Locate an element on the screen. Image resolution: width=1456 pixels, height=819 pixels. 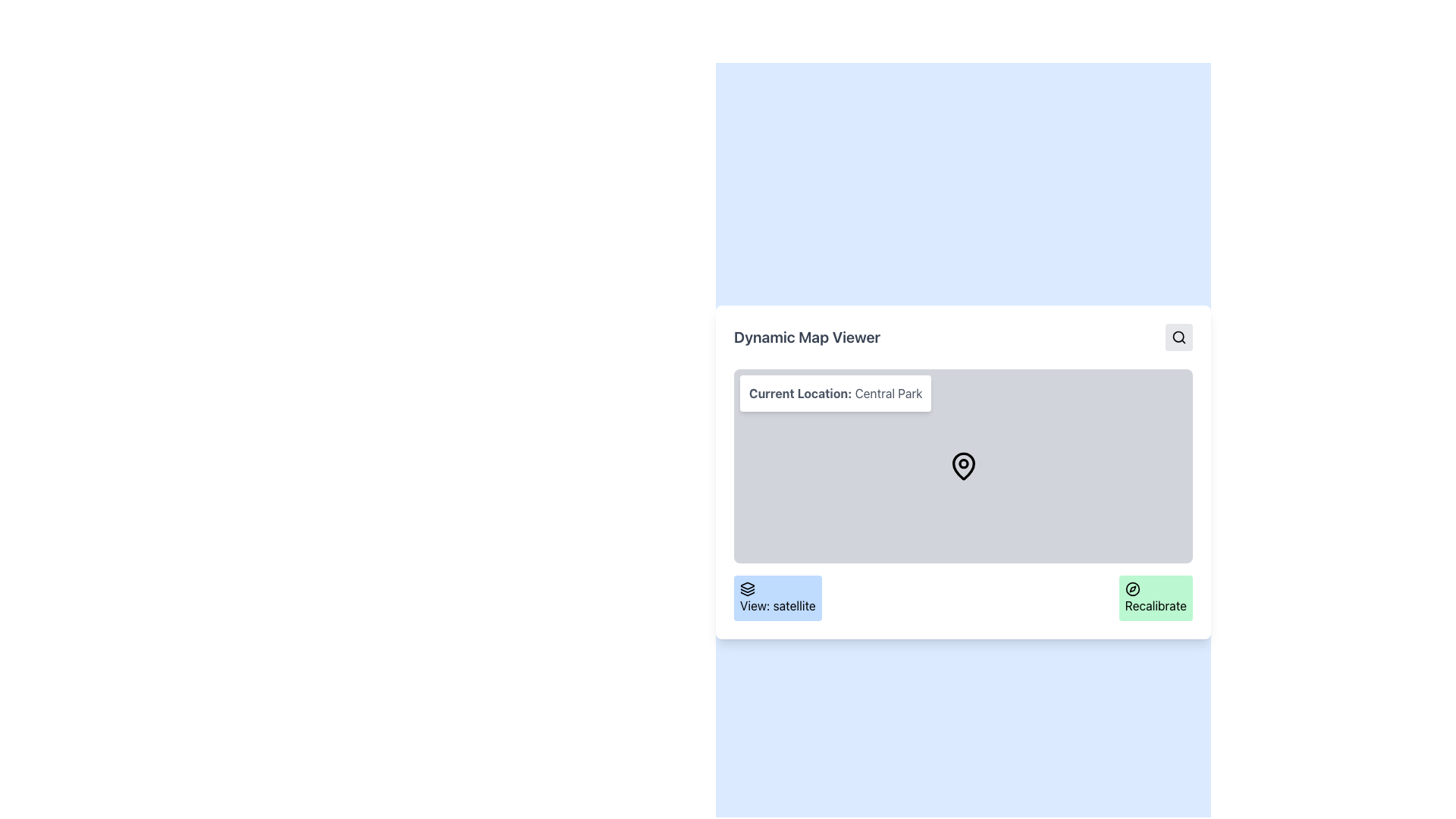
the Interactive Map/Location Viewer to interact with it is located at coordinates (962, 494).